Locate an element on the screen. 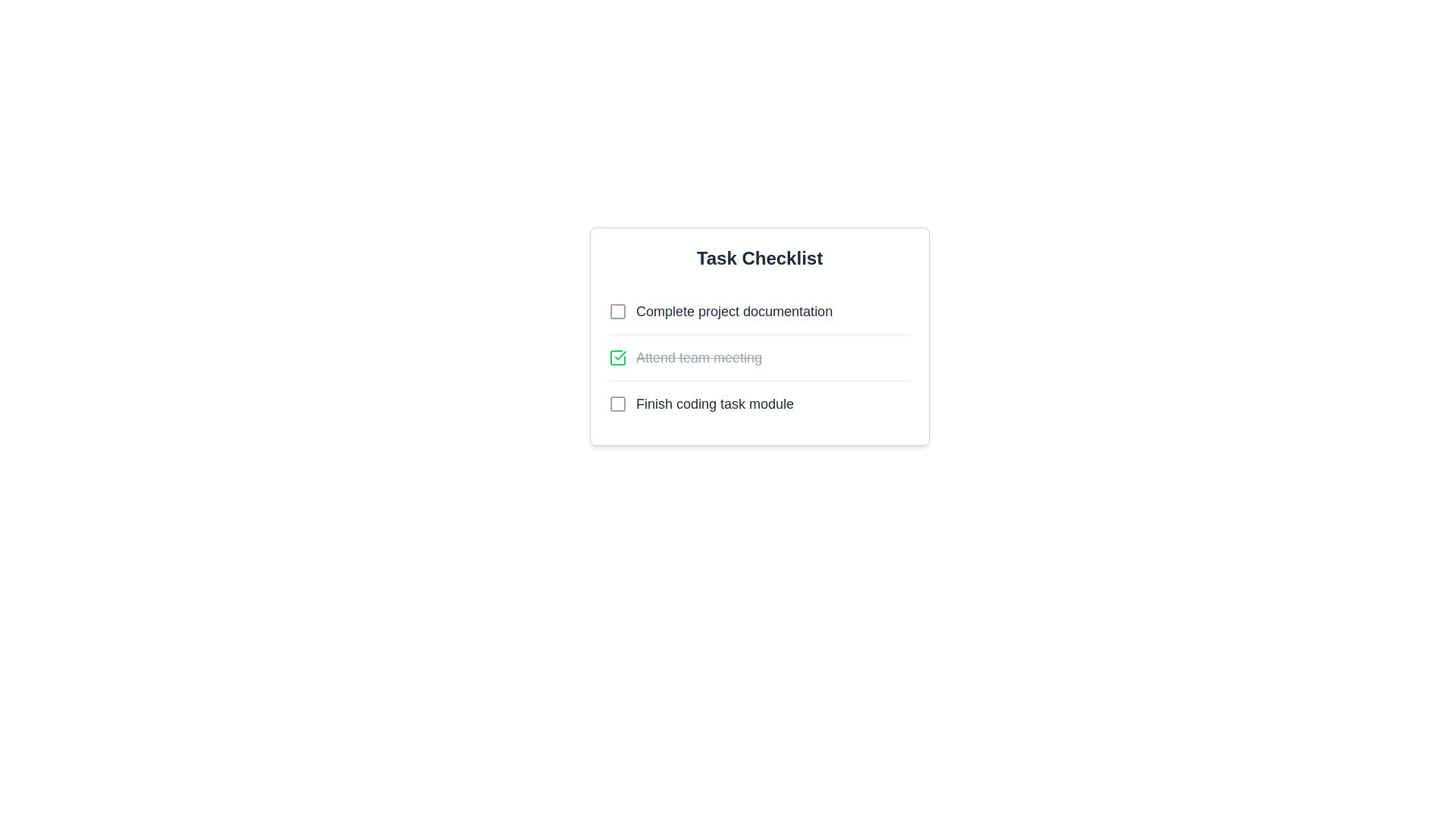 This screenshot has width=1456, height=819. the third task item in the checklist, which has a checkbox is located at coordinates (701, 403).